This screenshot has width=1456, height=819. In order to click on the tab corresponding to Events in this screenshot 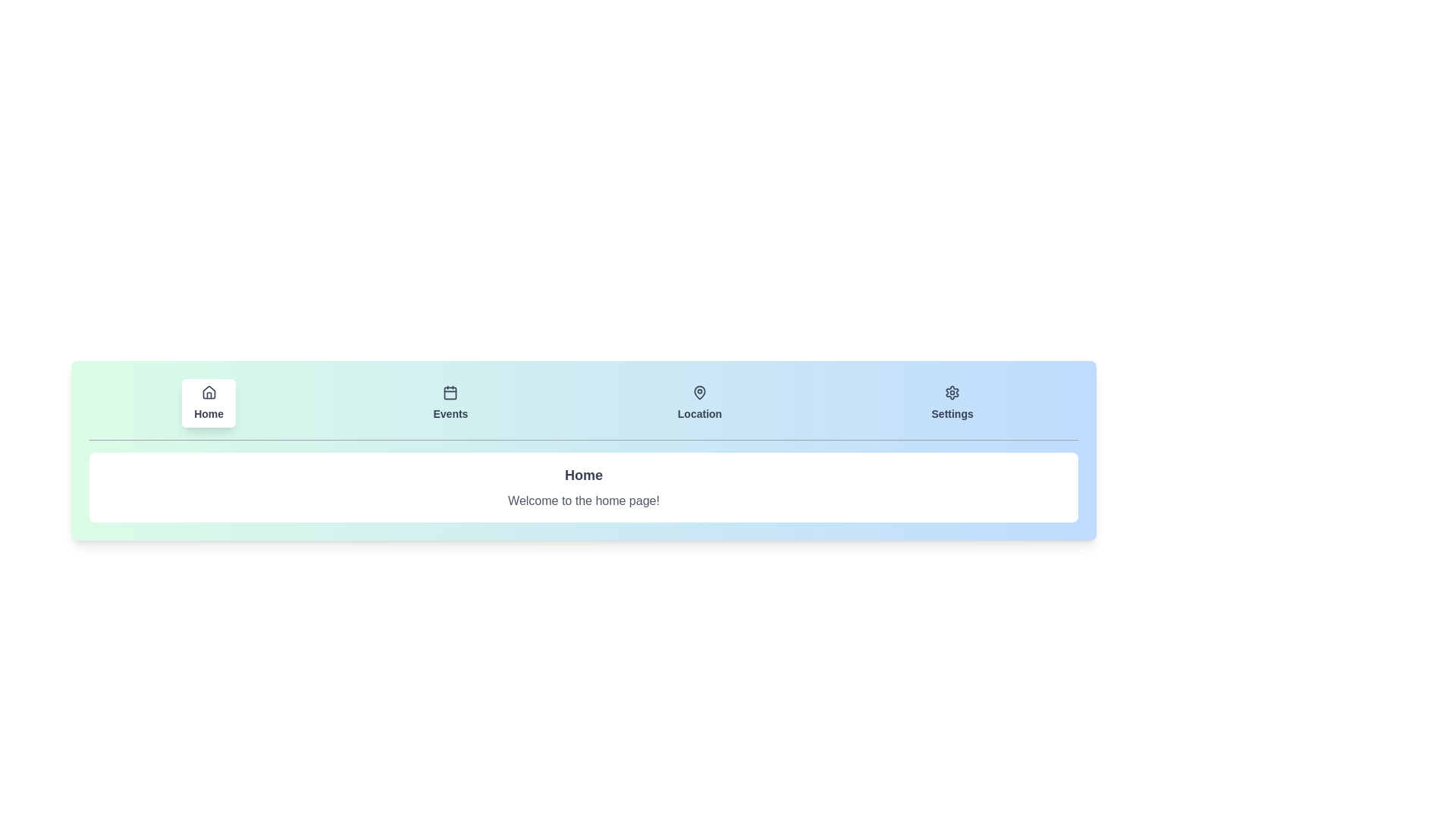, I will do `click(450, 403)`.